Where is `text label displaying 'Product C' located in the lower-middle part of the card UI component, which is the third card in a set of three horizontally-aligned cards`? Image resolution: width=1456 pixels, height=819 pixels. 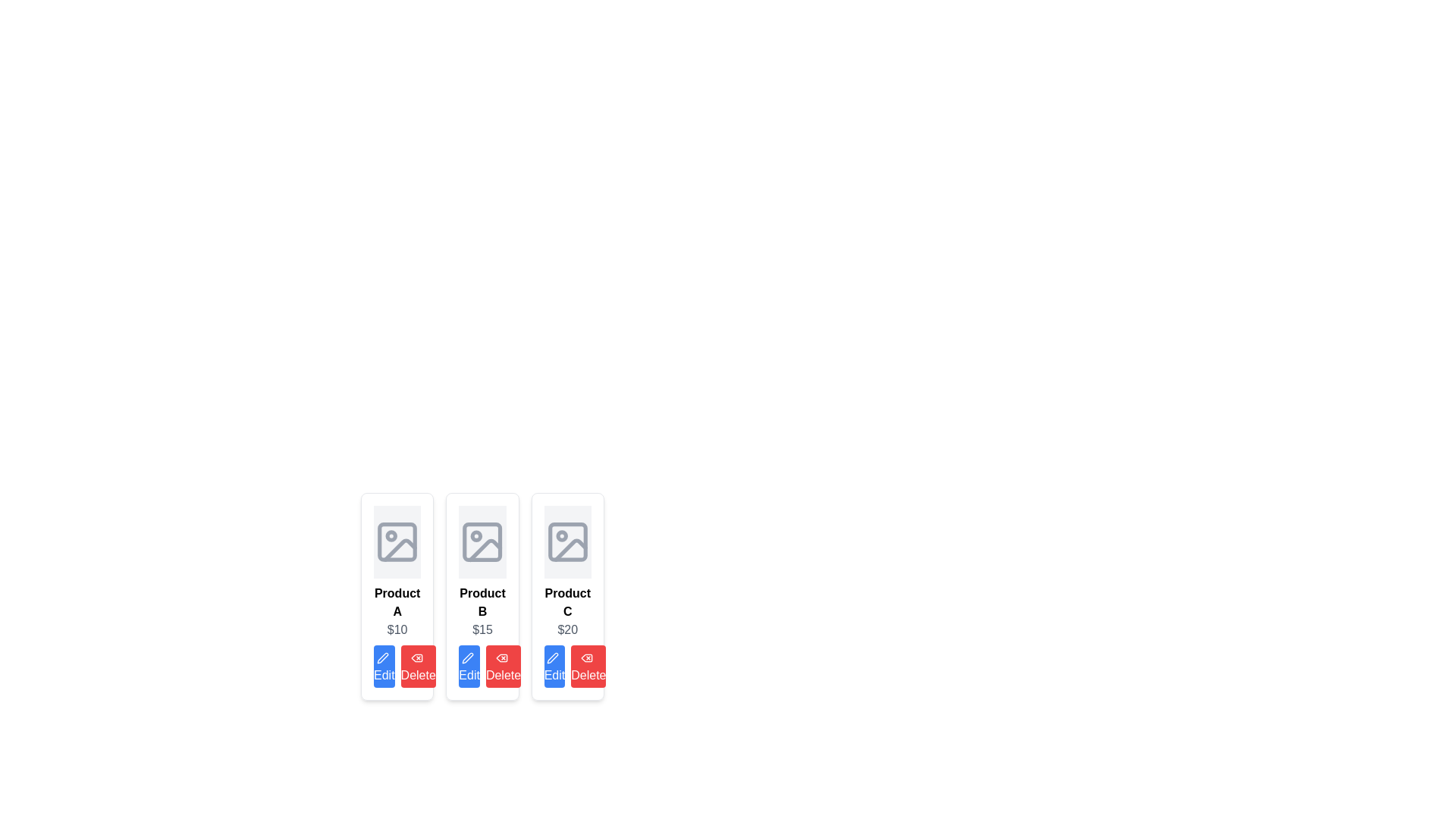
text label displaying 'Product C' located in the lower-middle part of the card UI component, which is the third card in a set of three horizontally-aligned cards is located at coordinates (566, 601).